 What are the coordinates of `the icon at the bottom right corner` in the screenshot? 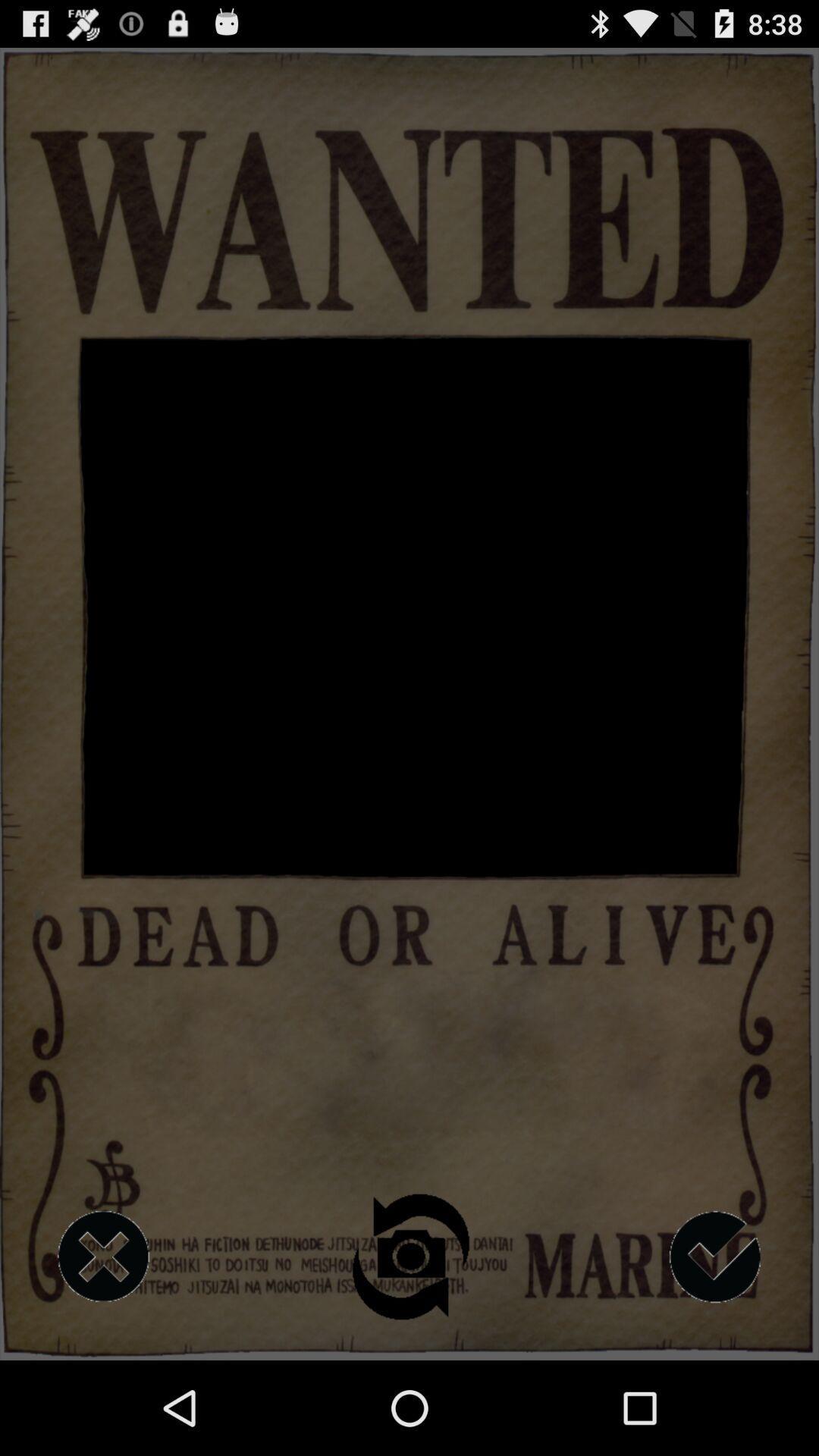 It's located at (715, 1257).